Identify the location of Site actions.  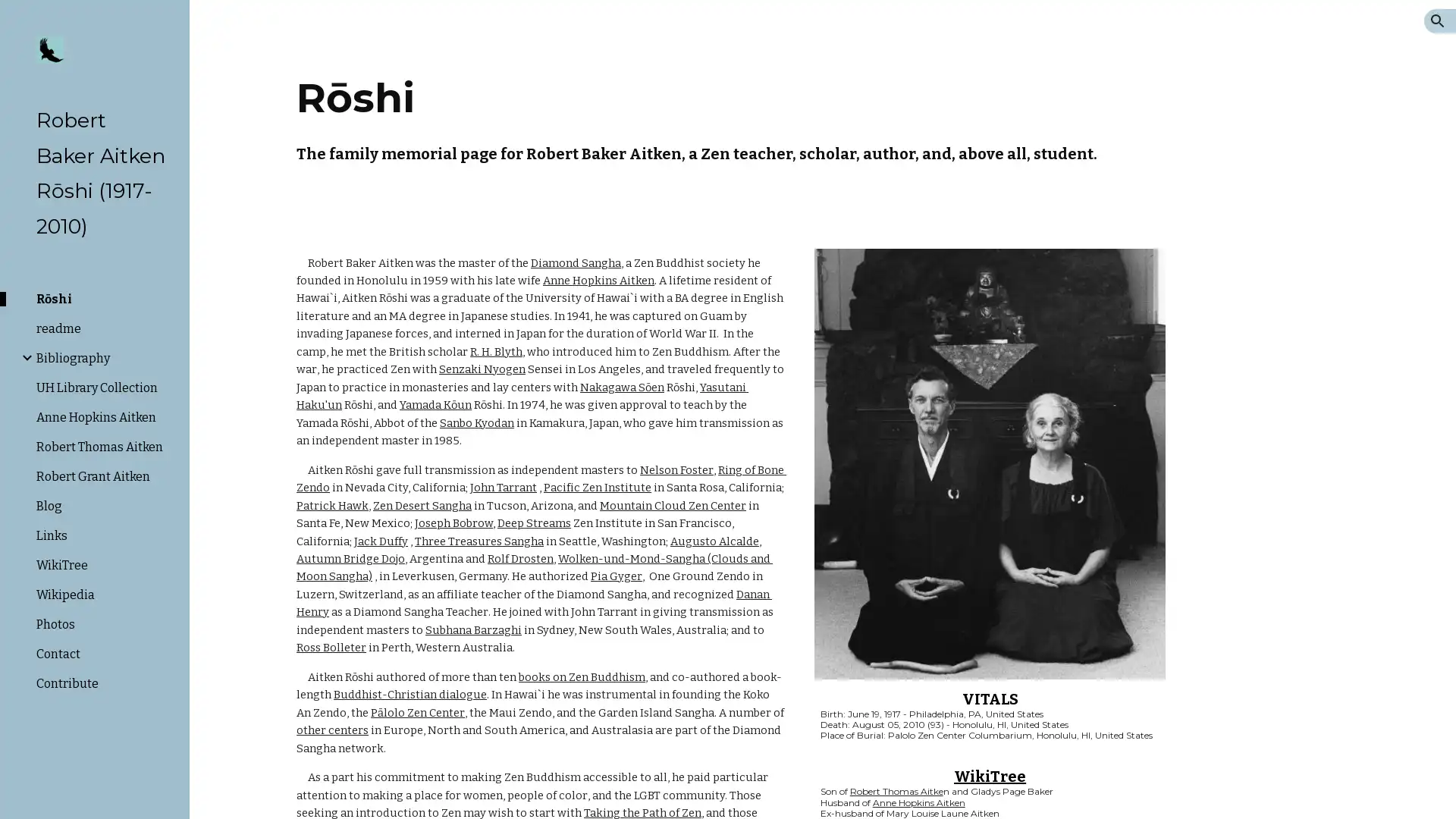
(216, 792).